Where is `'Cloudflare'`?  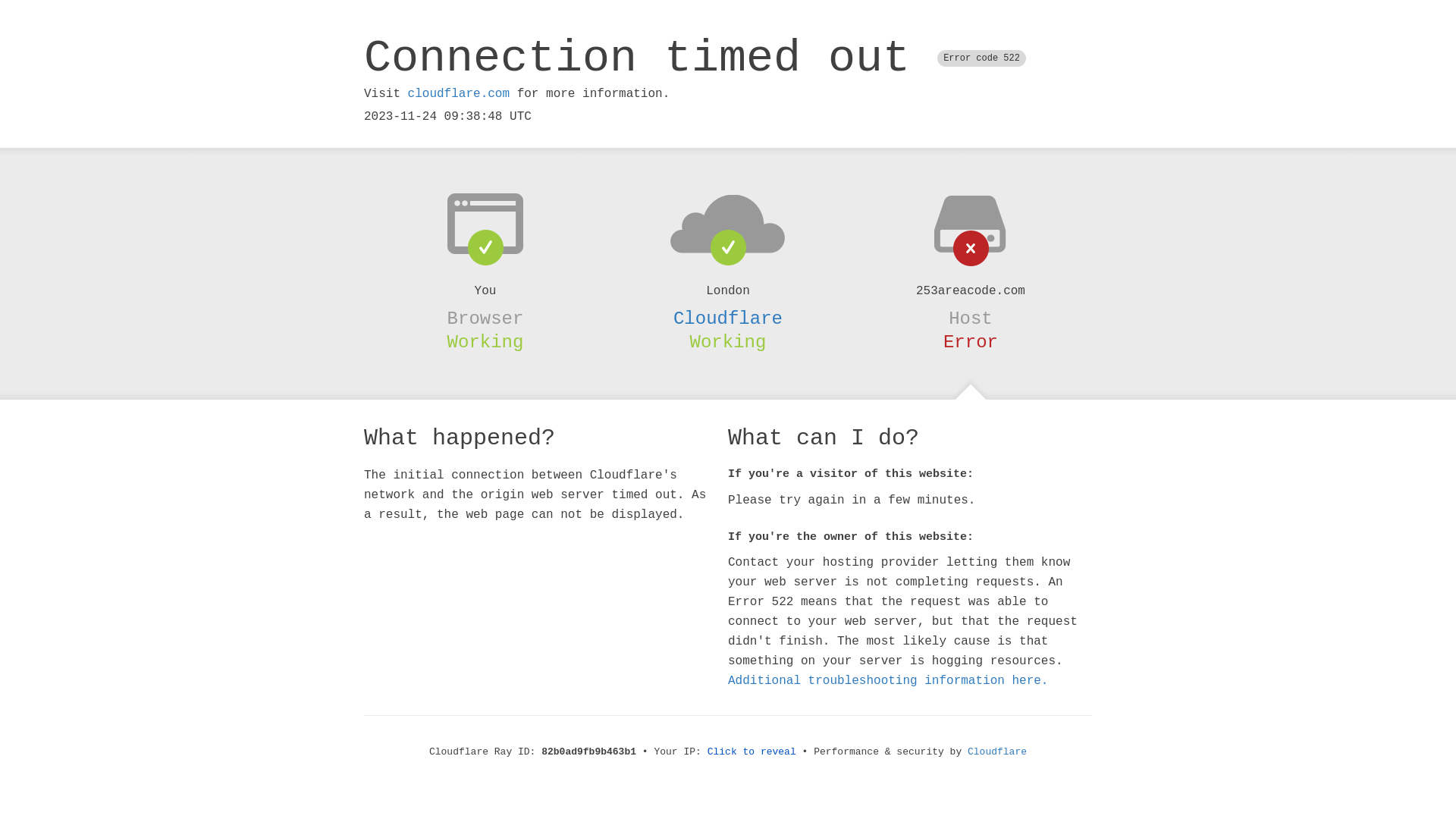
'Cloudflare' is located at coordinates (728, 318).